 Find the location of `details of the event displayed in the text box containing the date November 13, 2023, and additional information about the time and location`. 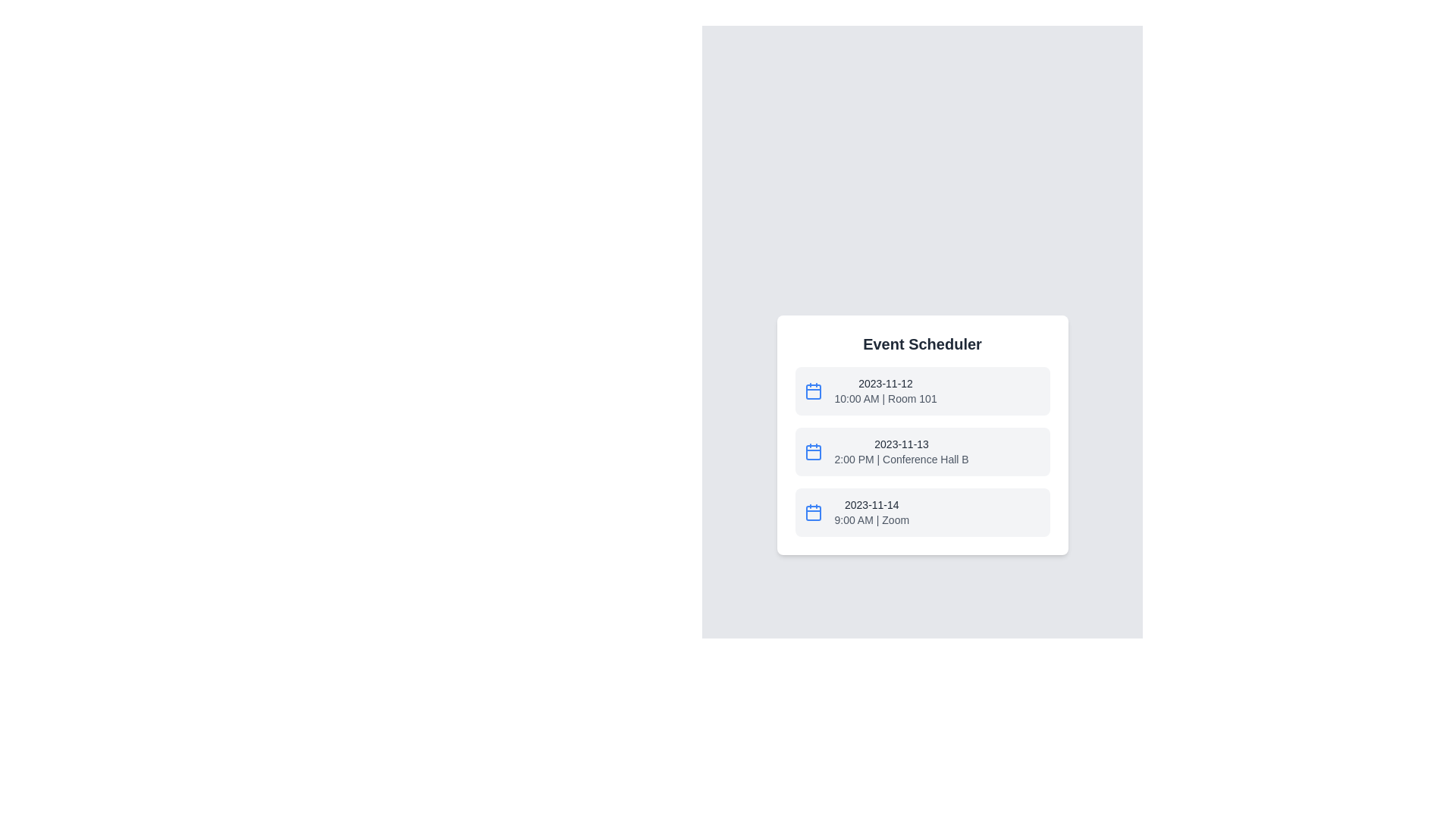

details of the event displayed in the text box containing the date November 13, 2023, and additional information about the time and location is located at coordinates (921, 435).